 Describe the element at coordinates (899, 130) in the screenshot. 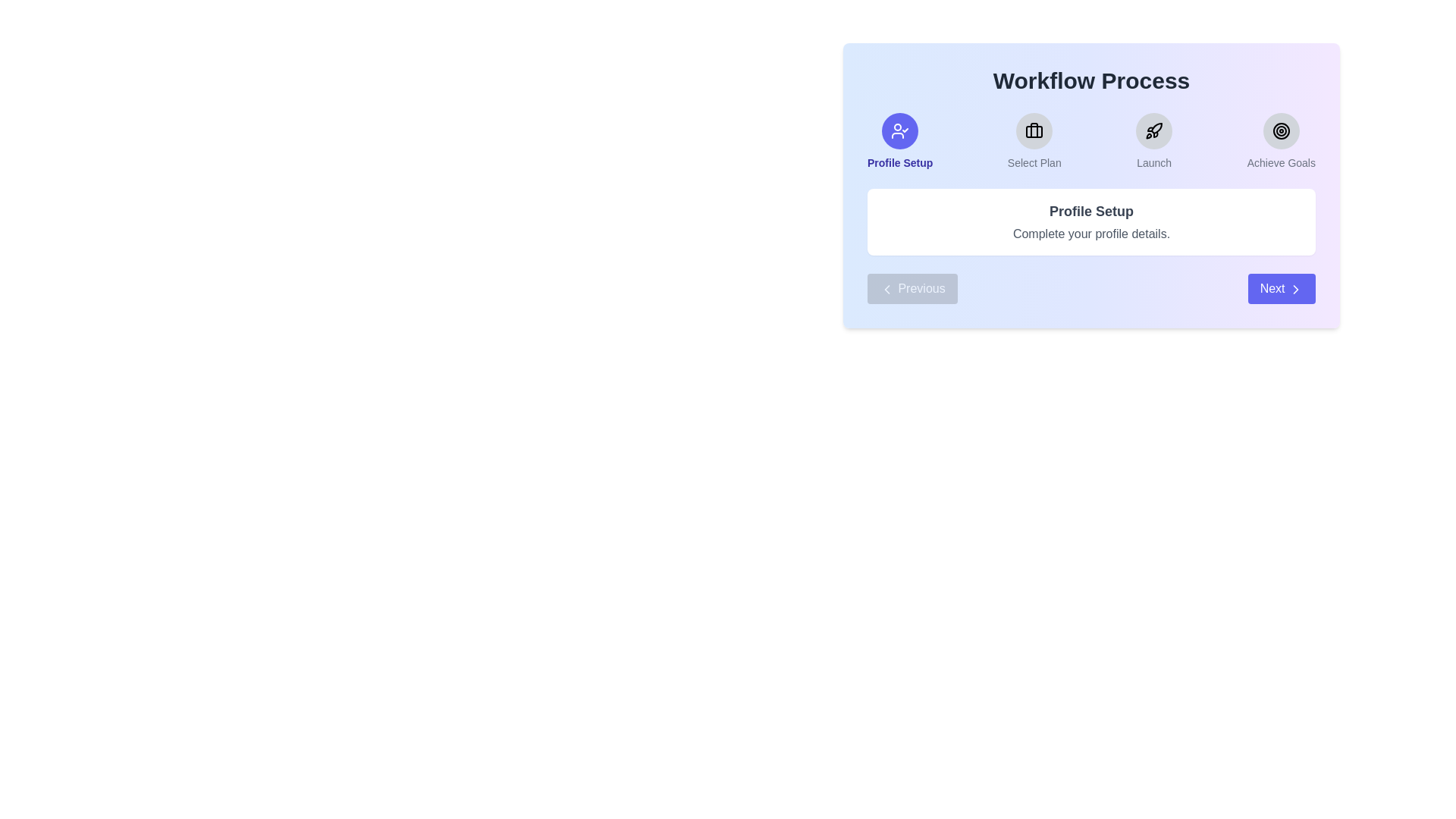

I see `the current step indicator to highlight the graphical representation of the current workflow step` at that location.